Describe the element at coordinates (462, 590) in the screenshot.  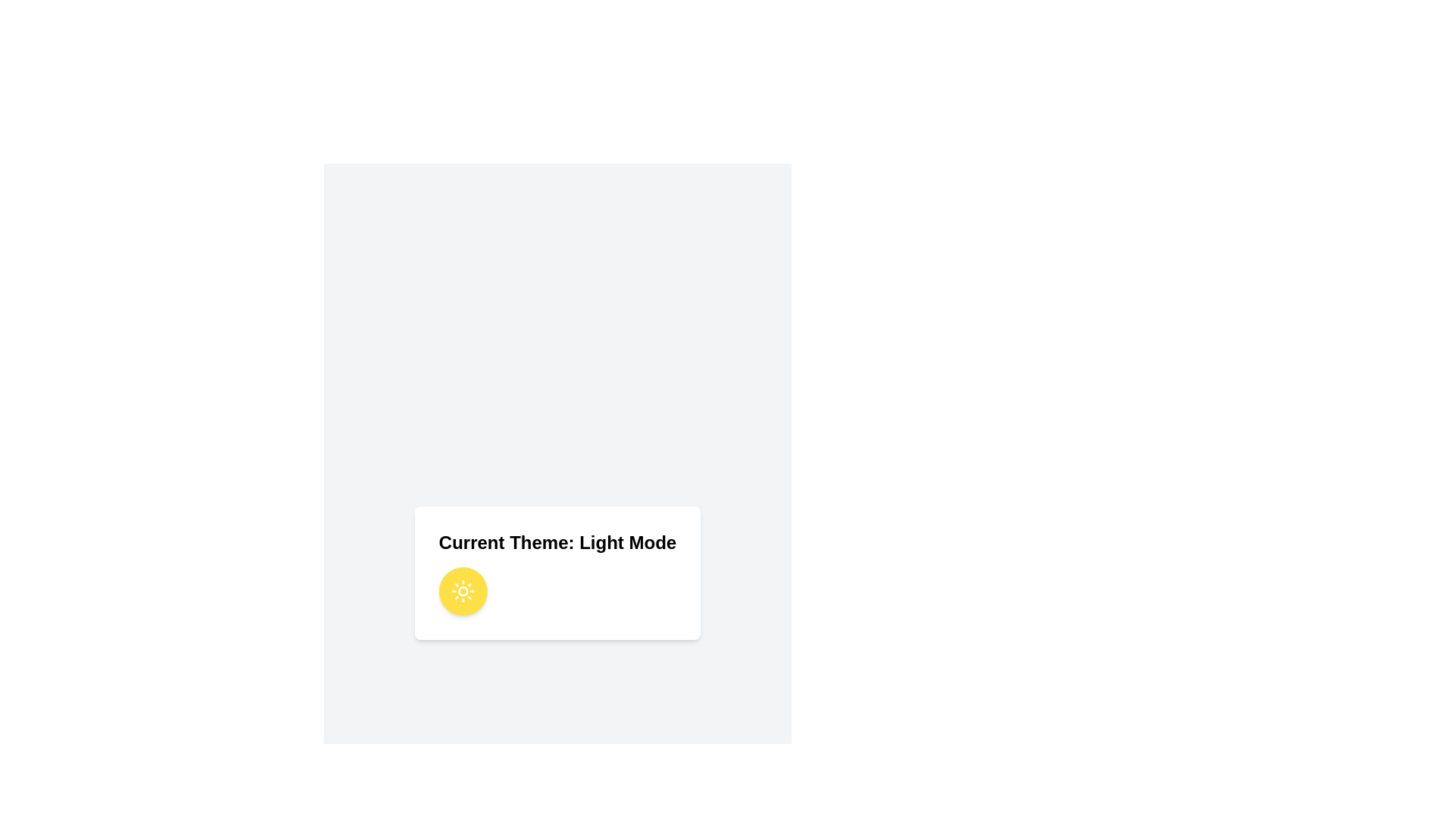
I see `the theme toggle button to switch the theme` at that location.